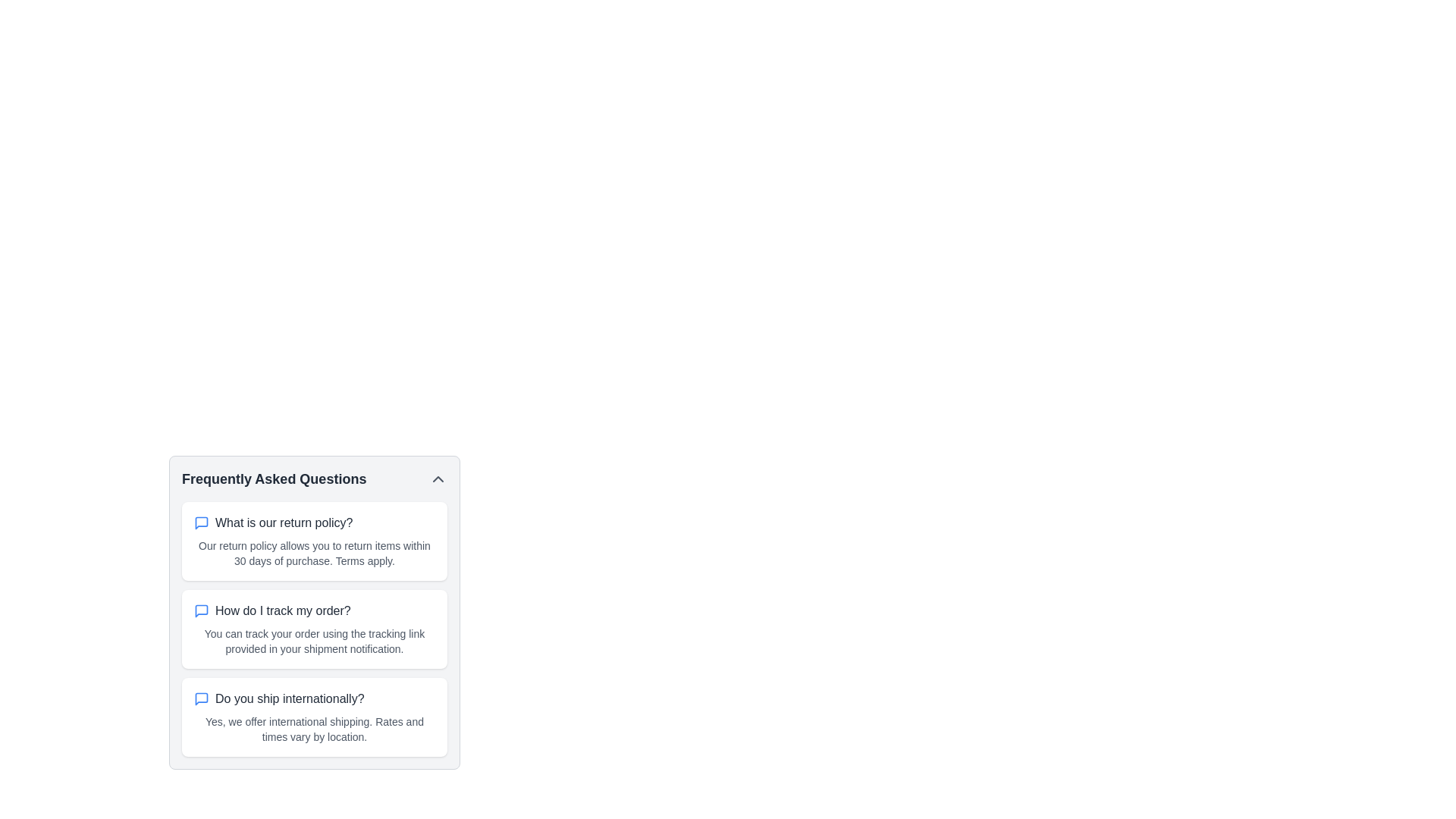  What do you see at coordinates (313, 610) in the screenshot?
I see `the second question in the FAQ list regarding tracking orders` at bounding box center [313, 610].